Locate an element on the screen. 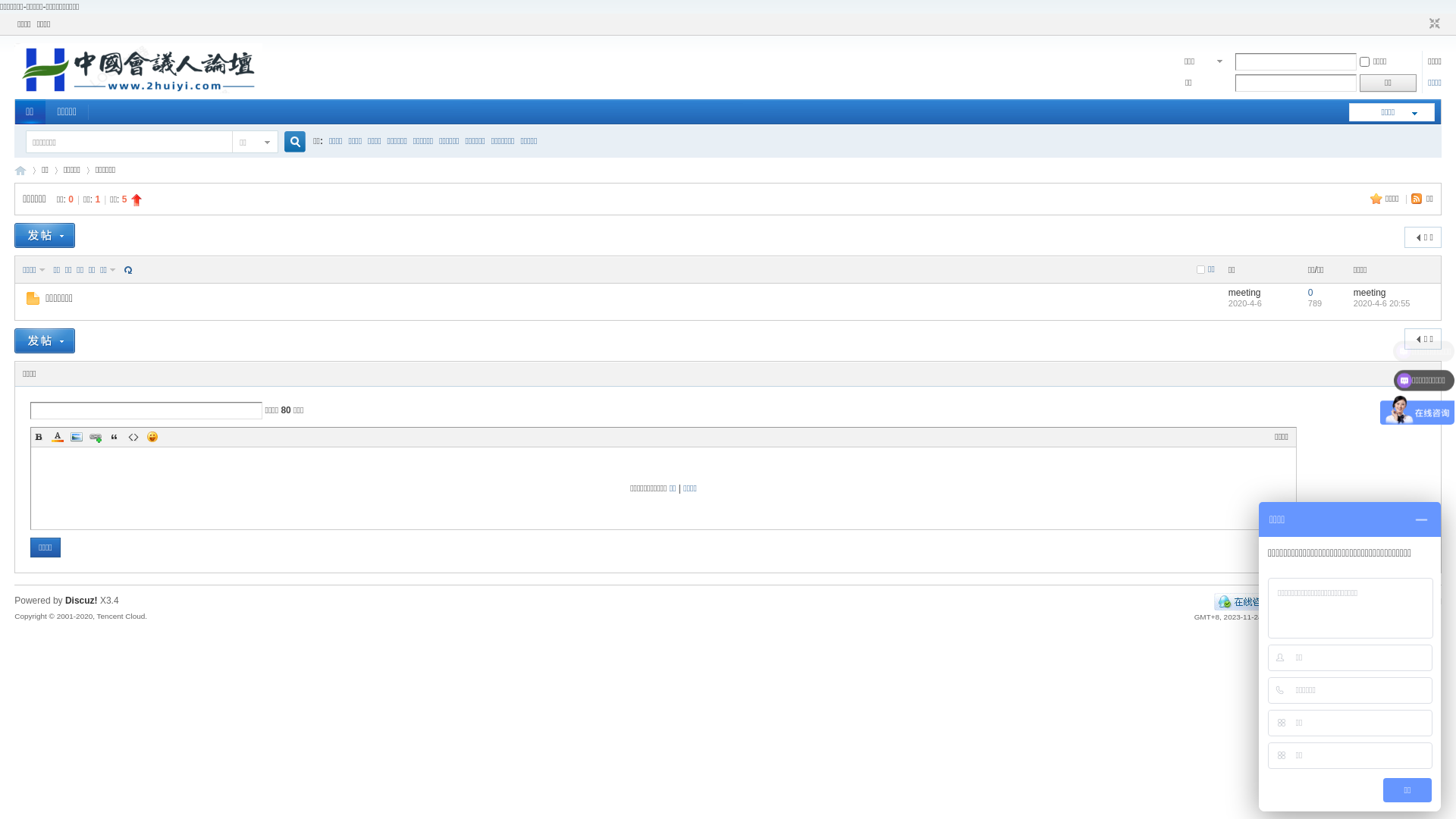 This screenshot has height=819, width=1456. 'Quote' is located at coordinates (113, 436).